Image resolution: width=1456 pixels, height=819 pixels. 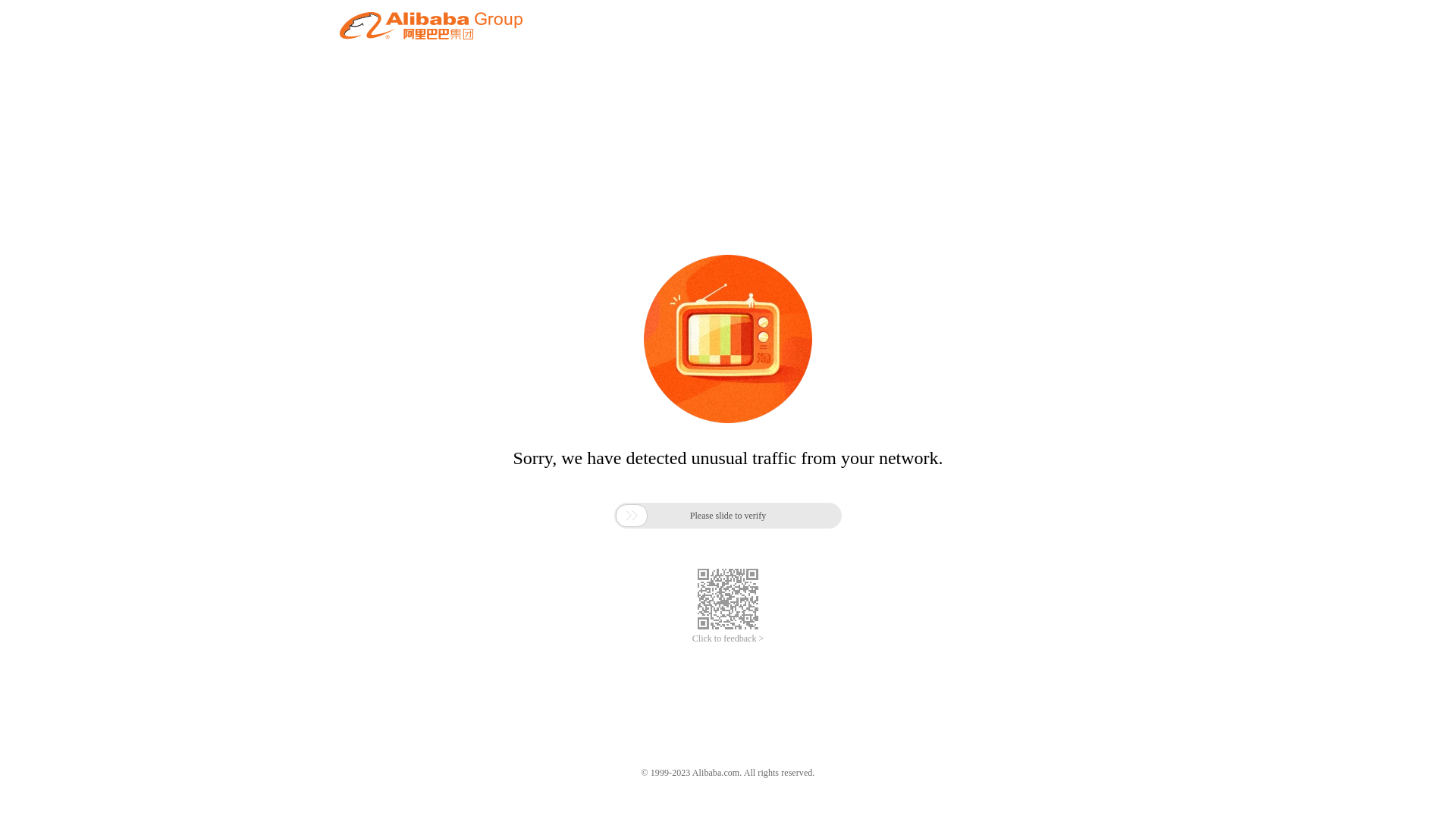 I want to click on 'Click to feedback >', so click(x=691, y=639).